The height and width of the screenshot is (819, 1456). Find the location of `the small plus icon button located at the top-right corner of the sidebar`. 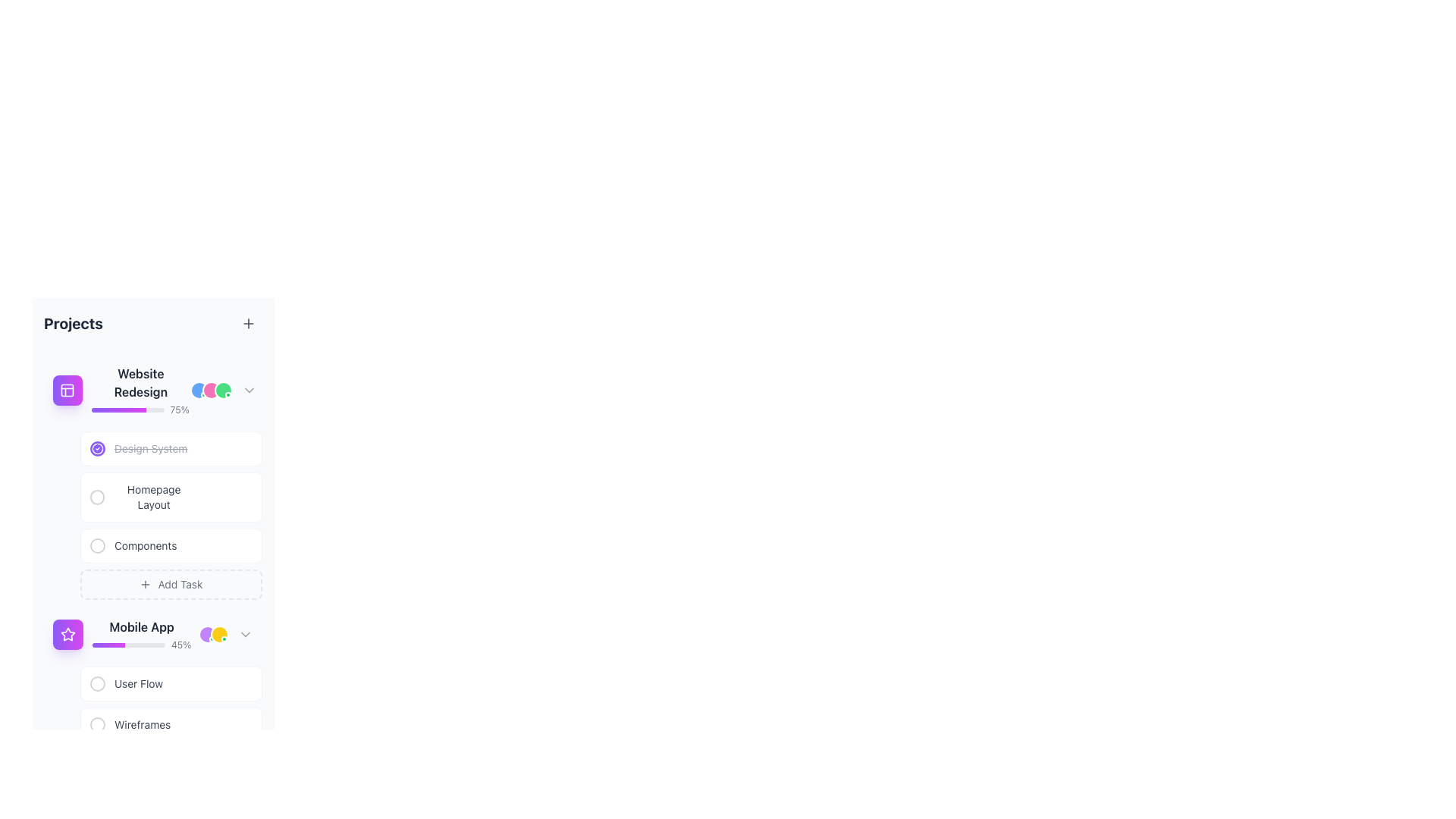

the small plus icon button located at the top-right corner of the sidebar is located at coordinates (248, 323).